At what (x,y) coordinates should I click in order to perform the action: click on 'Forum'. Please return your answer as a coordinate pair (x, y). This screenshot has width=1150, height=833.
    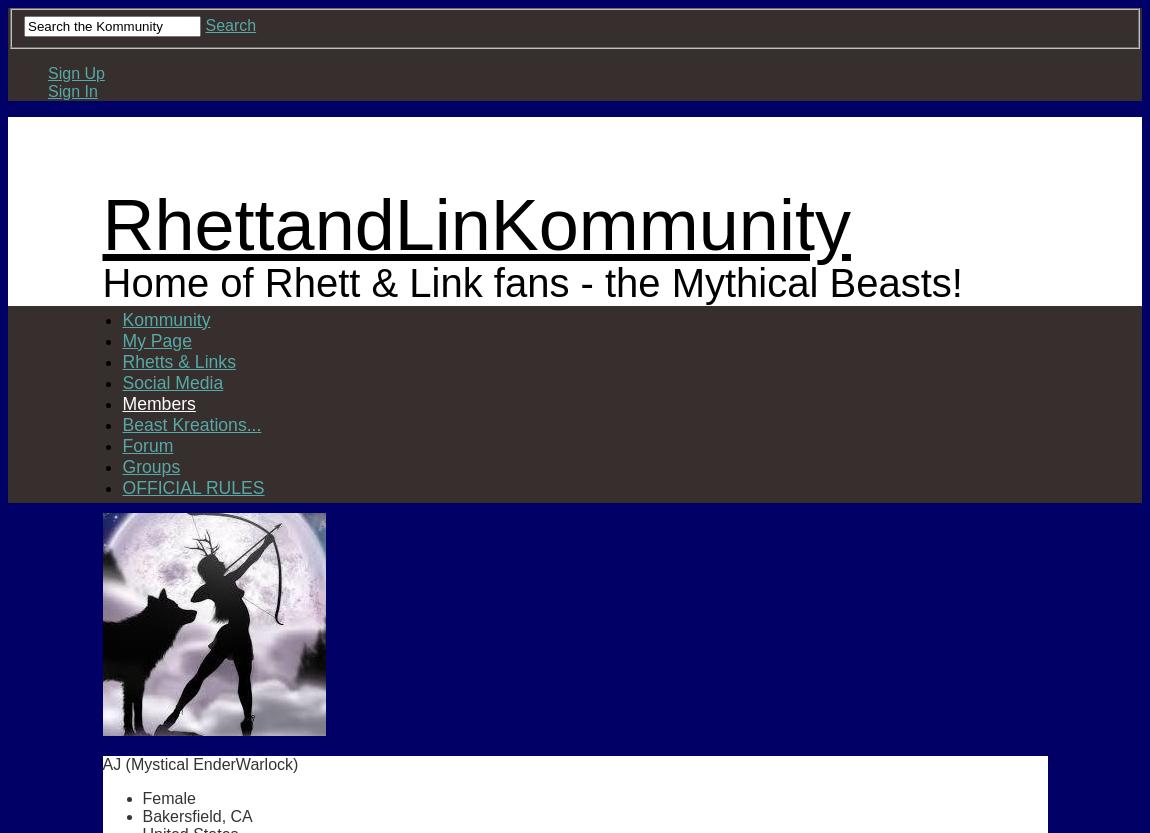
    Looking at the image, I should click on (146, 443).